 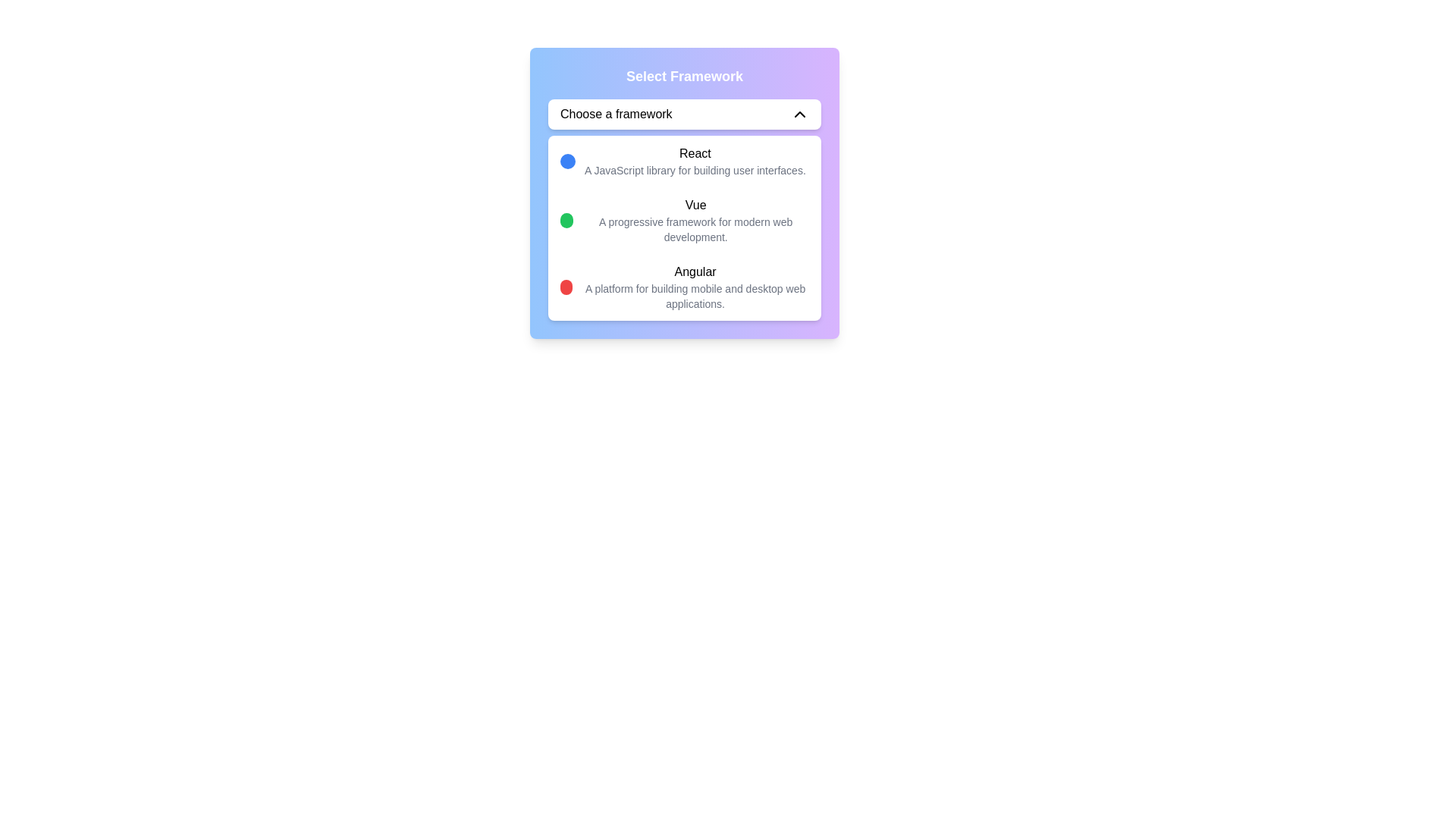 I want to click on the TextBlock displaying the title 'React' and subtitle 'A JavaScript library for building user interfaces.' located in the selection interface titled 'Select Framework', so click(x=694, y=161).